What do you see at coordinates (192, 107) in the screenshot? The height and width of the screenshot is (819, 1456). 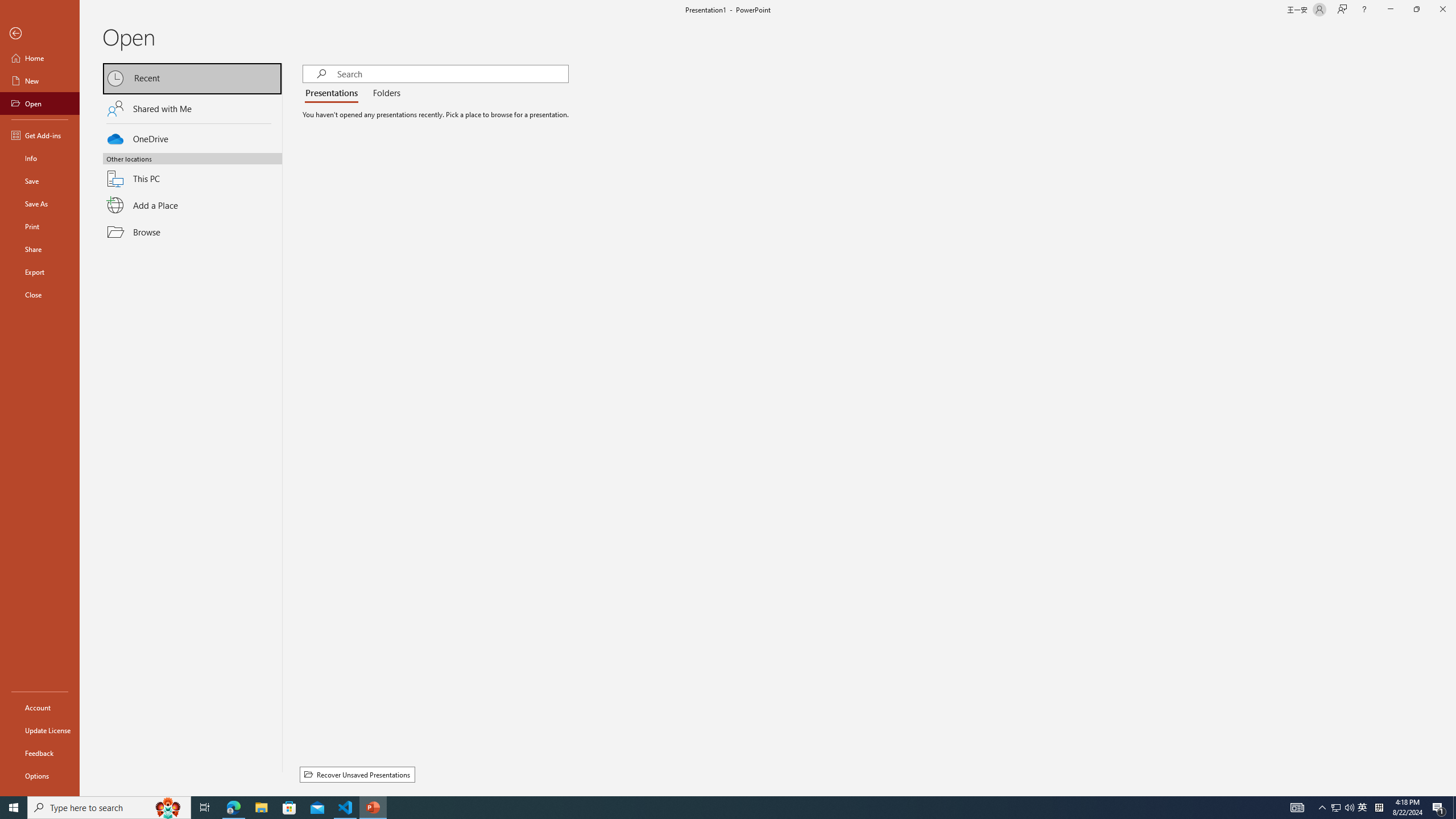 I see `'Shared with Me'` at bounding box center [192, 107].